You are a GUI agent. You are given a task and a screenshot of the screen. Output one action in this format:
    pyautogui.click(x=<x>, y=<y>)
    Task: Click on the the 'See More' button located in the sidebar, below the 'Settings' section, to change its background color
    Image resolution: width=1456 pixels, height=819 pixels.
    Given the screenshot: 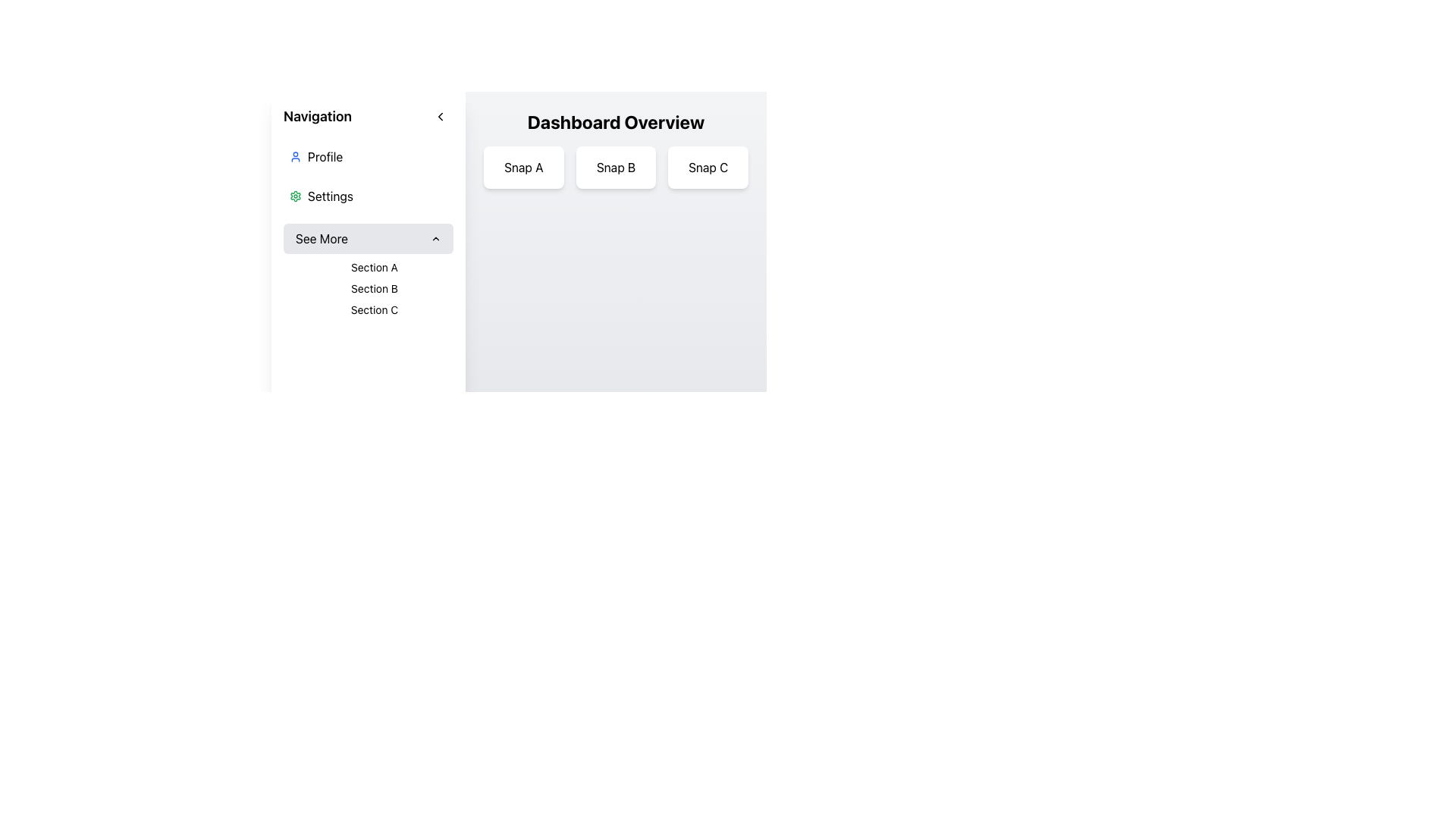 What is the action you would take?
    pyautogui.click(x=368, y=239)
    